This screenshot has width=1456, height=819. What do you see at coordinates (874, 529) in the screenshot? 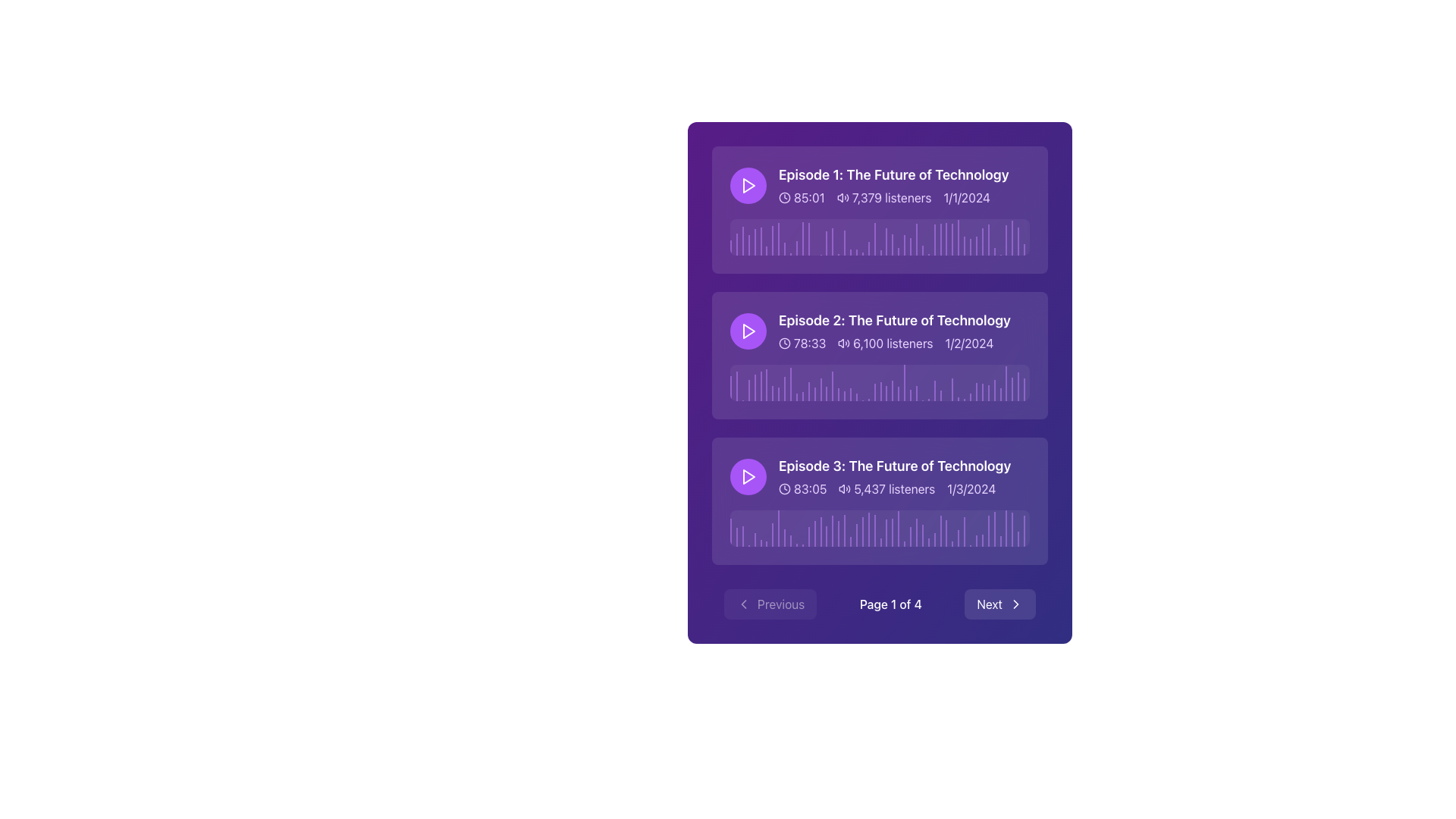
I see `the 25th vertical bar in the waveform display of 'Episode 3: The Future of Technology' in the playlist interface` at bounding box center [874, 529].